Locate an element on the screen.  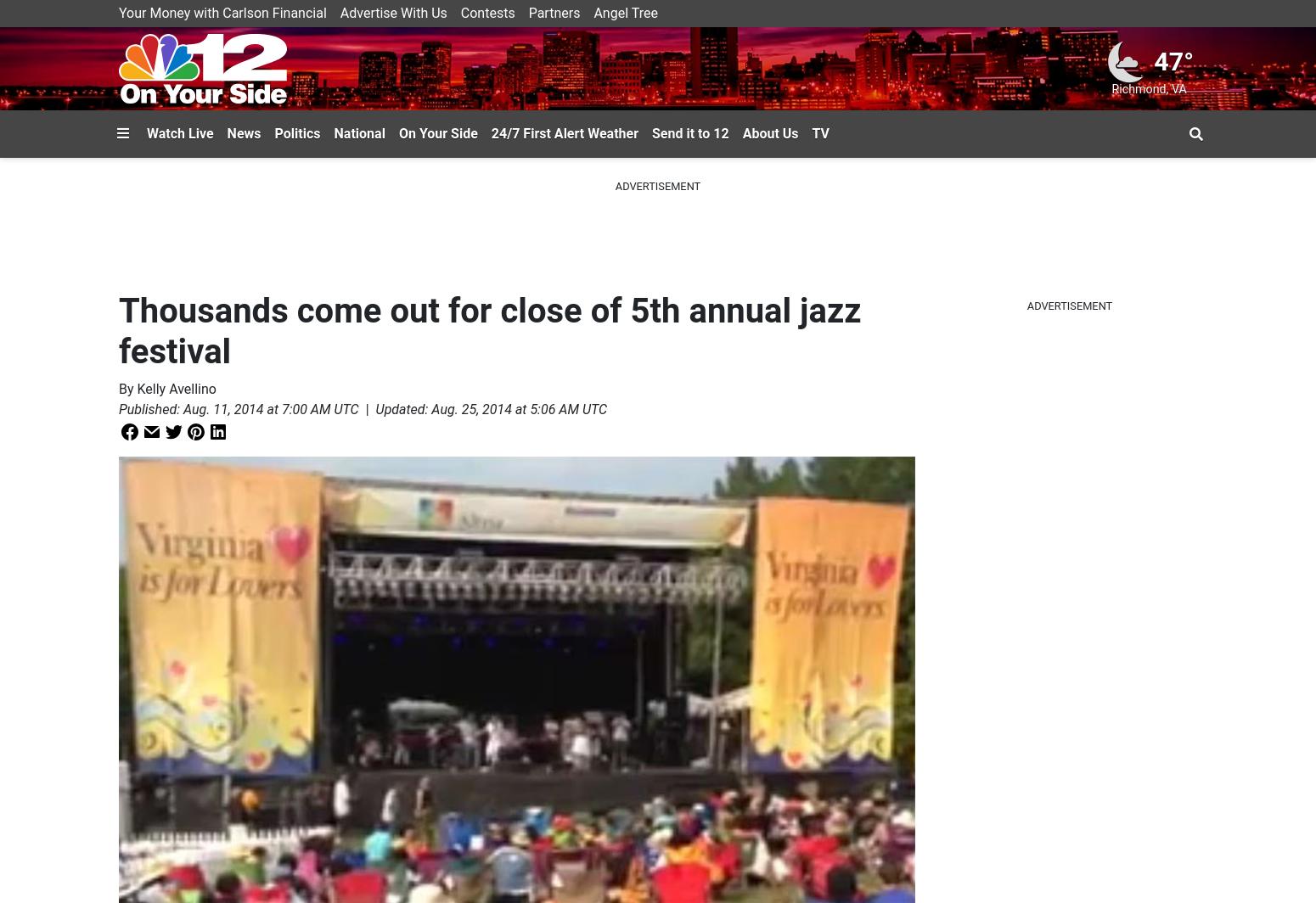
'|' is located at coordinates (366, 409).